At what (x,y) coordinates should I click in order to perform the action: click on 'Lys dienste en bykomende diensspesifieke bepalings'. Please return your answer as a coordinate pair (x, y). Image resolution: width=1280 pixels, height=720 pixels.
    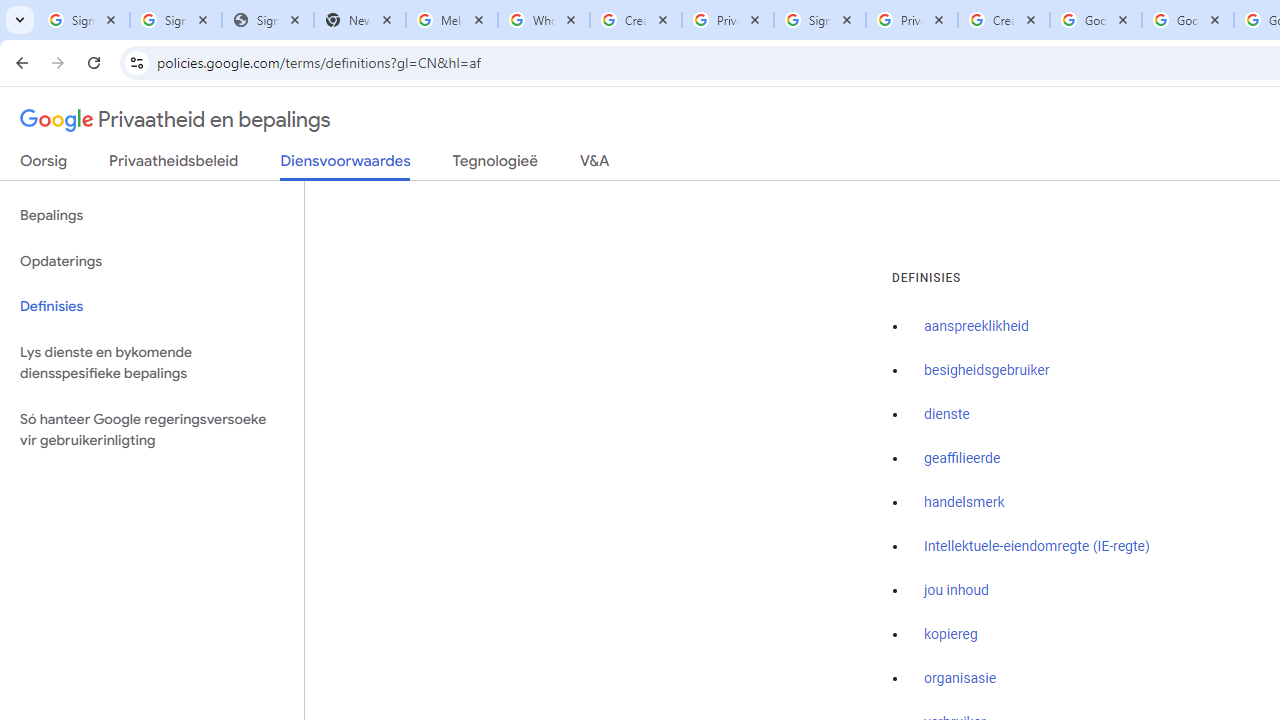
    Looking at the image, I should click on (151, 362).